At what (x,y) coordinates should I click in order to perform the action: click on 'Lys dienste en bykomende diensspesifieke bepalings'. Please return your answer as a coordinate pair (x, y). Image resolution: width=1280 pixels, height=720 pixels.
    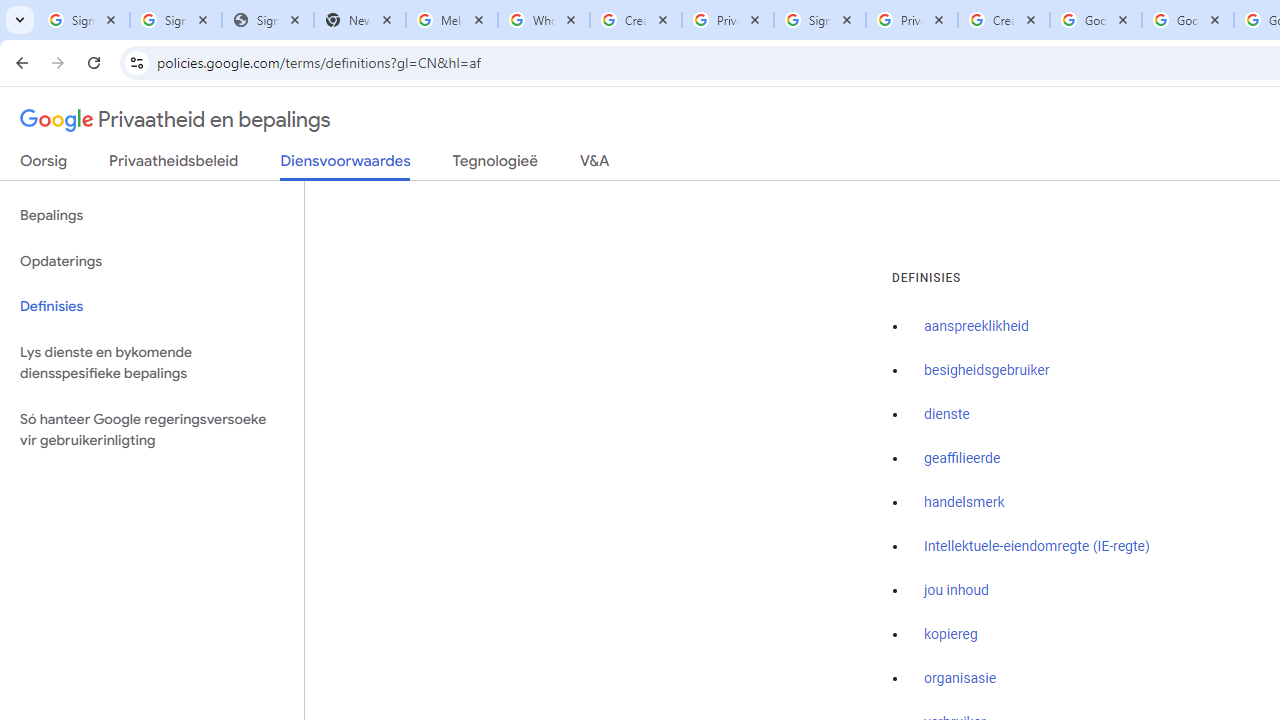
    Looking at the image, I should click on (151, 362).